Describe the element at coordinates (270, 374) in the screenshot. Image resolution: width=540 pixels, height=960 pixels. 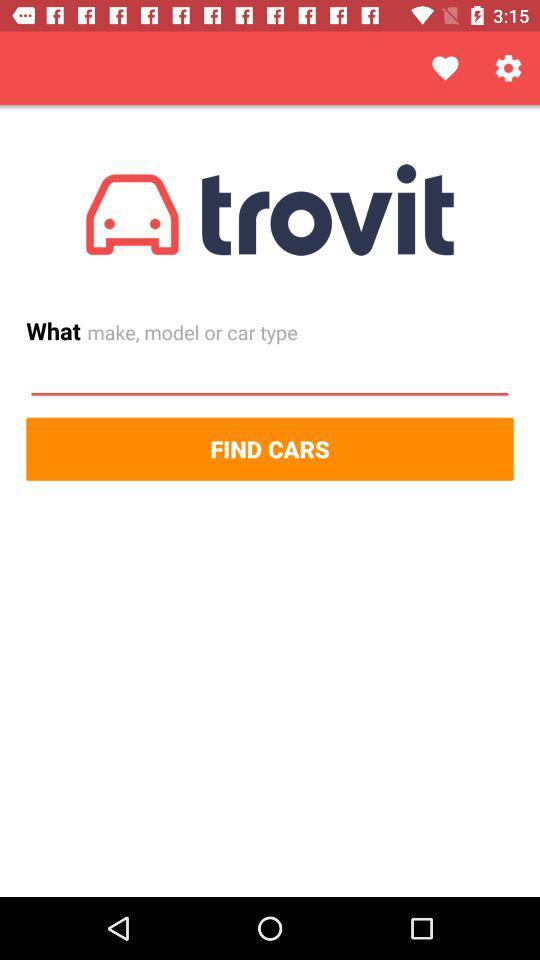
I see `the icon below the what item` at that location.